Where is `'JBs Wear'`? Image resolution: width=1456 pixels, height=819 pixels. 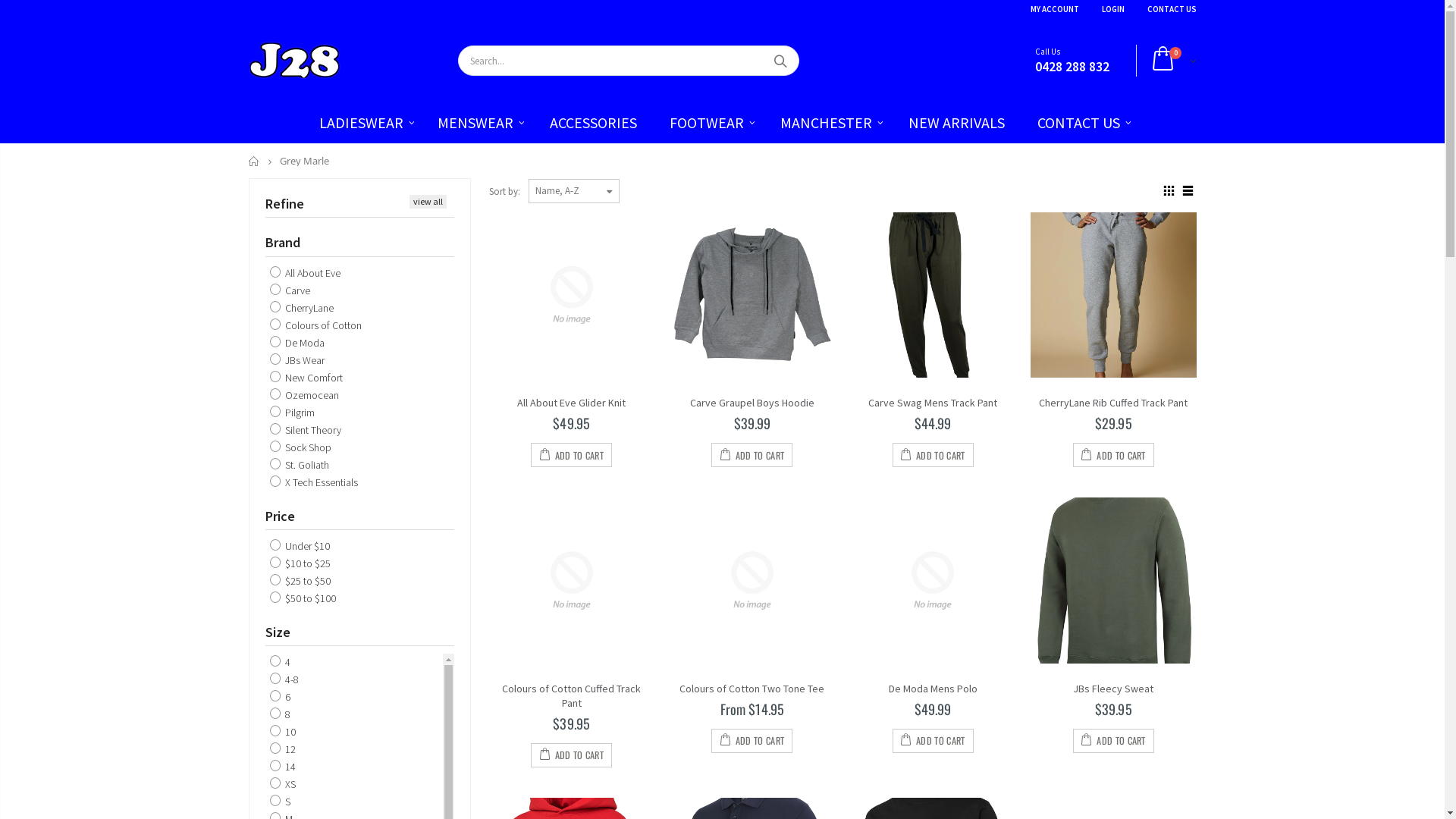 'JBs Wear' is located at coordinates (297, 359).